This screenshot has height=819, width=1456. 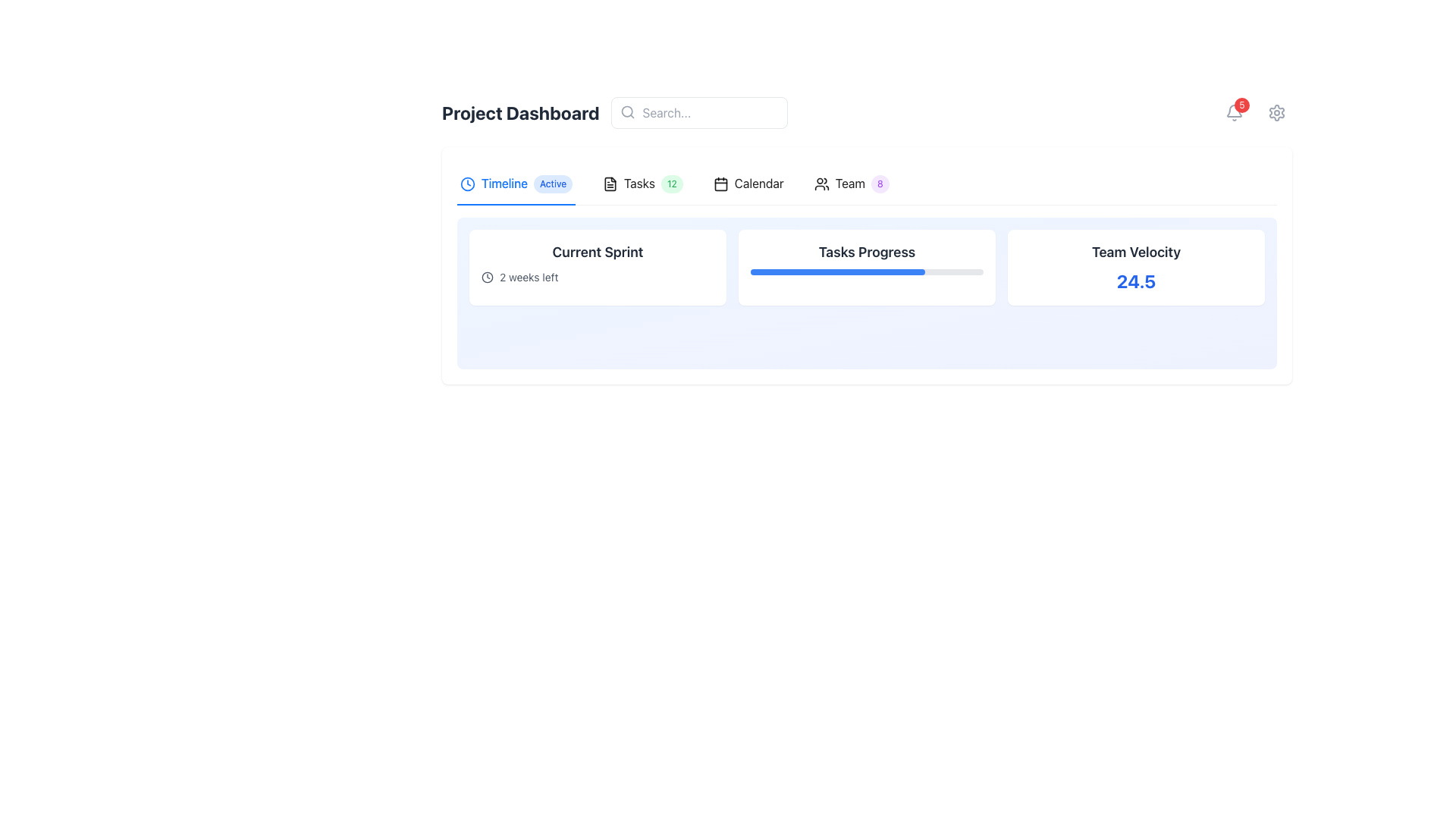 I want to click on 'Project Dashboard' text label located at the top-left of the interface, which is displayed in a bold and large font with a dark gray color, so click(x=520, y=112).